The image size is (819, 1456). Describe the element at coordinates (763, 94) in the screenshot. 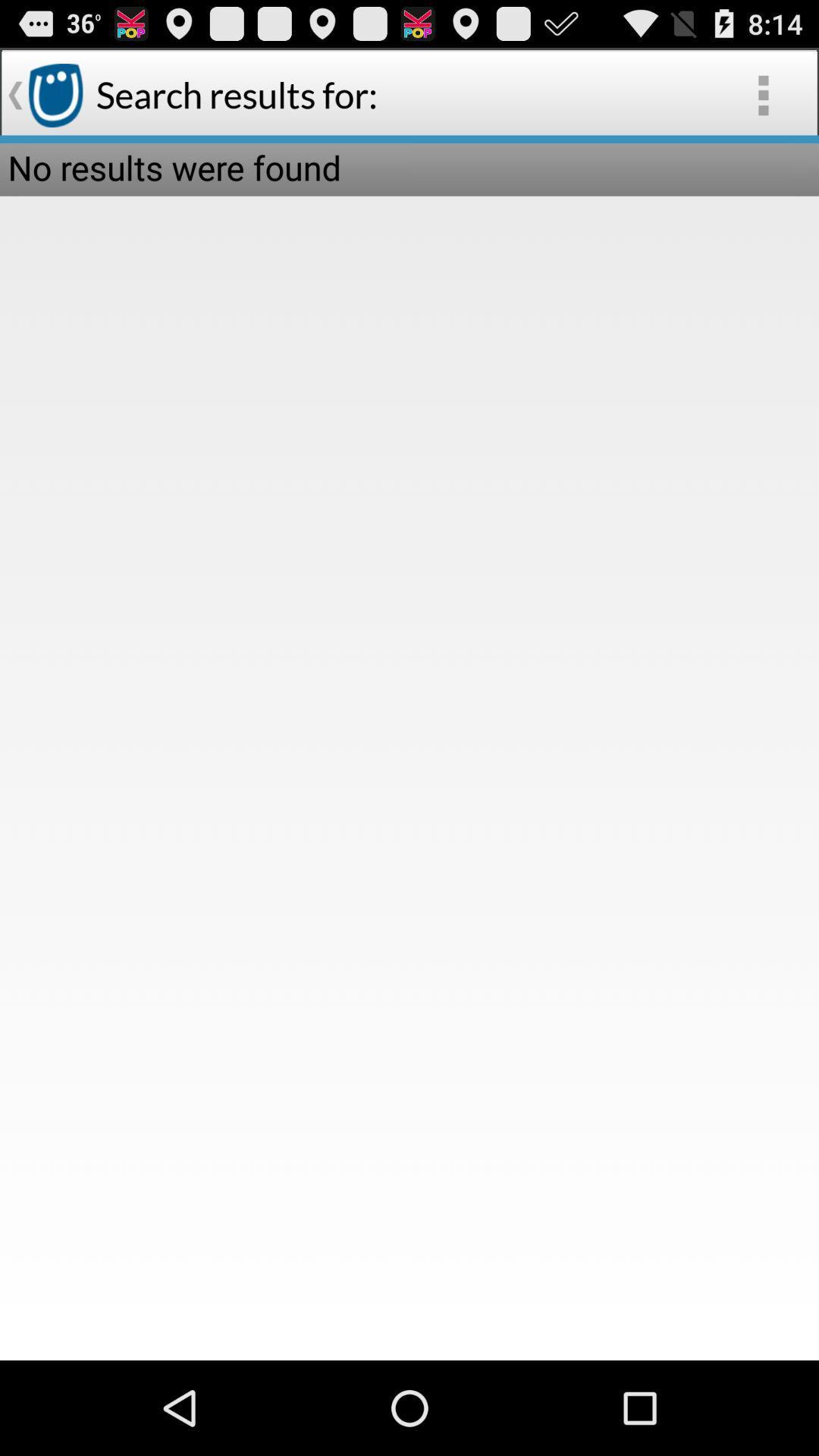

I see `the app to the right of the search results for:  item` at that location.